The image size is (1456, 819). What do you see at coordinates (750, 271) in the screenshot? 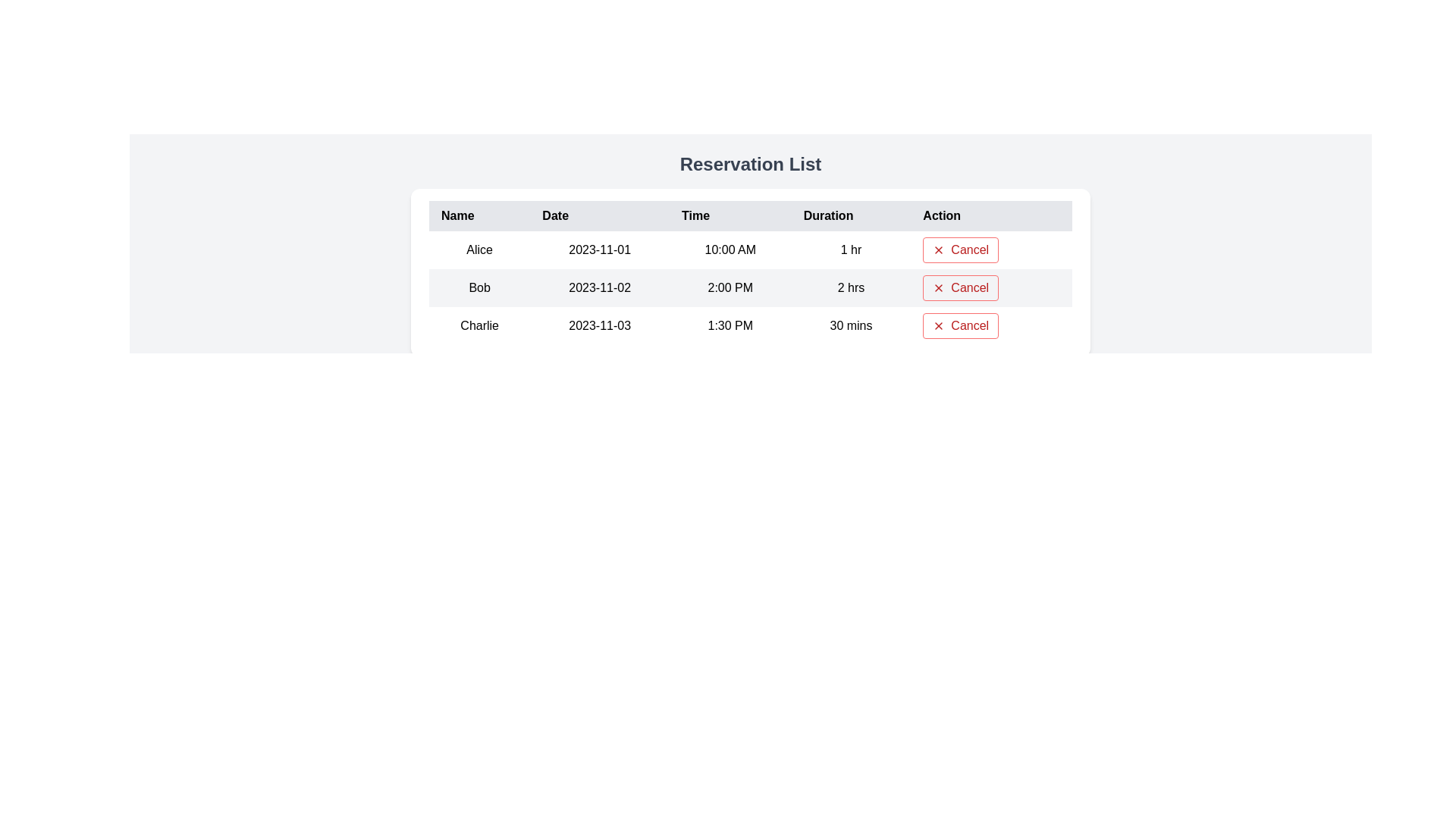
I see `the Table displaying the list of reservations to view the details of each reservation` at bounding box center [750, 271].